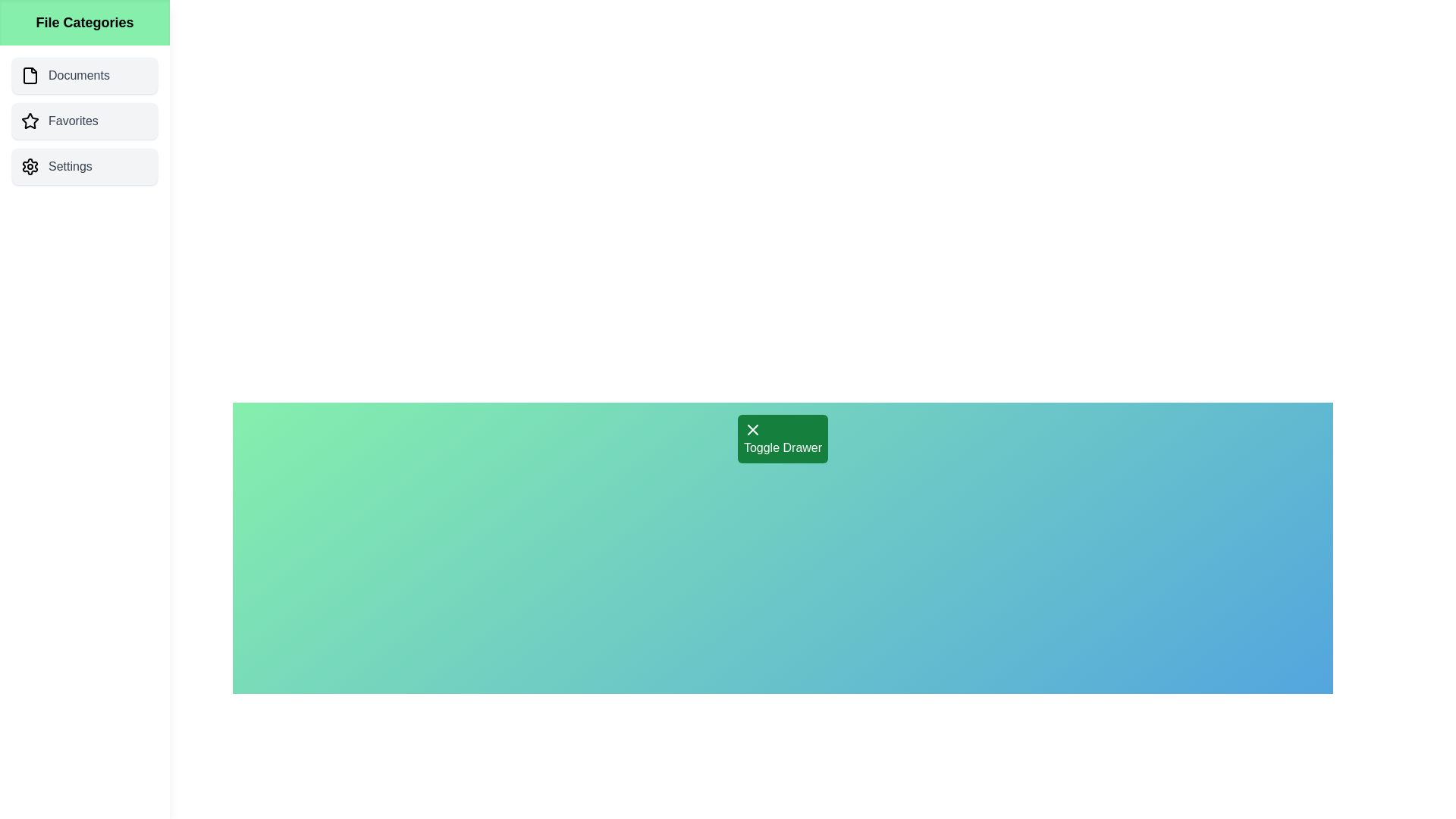 This screenshot has width=1456, height=819. I want to click on the category Settings from the drawer, so click(83, 166).